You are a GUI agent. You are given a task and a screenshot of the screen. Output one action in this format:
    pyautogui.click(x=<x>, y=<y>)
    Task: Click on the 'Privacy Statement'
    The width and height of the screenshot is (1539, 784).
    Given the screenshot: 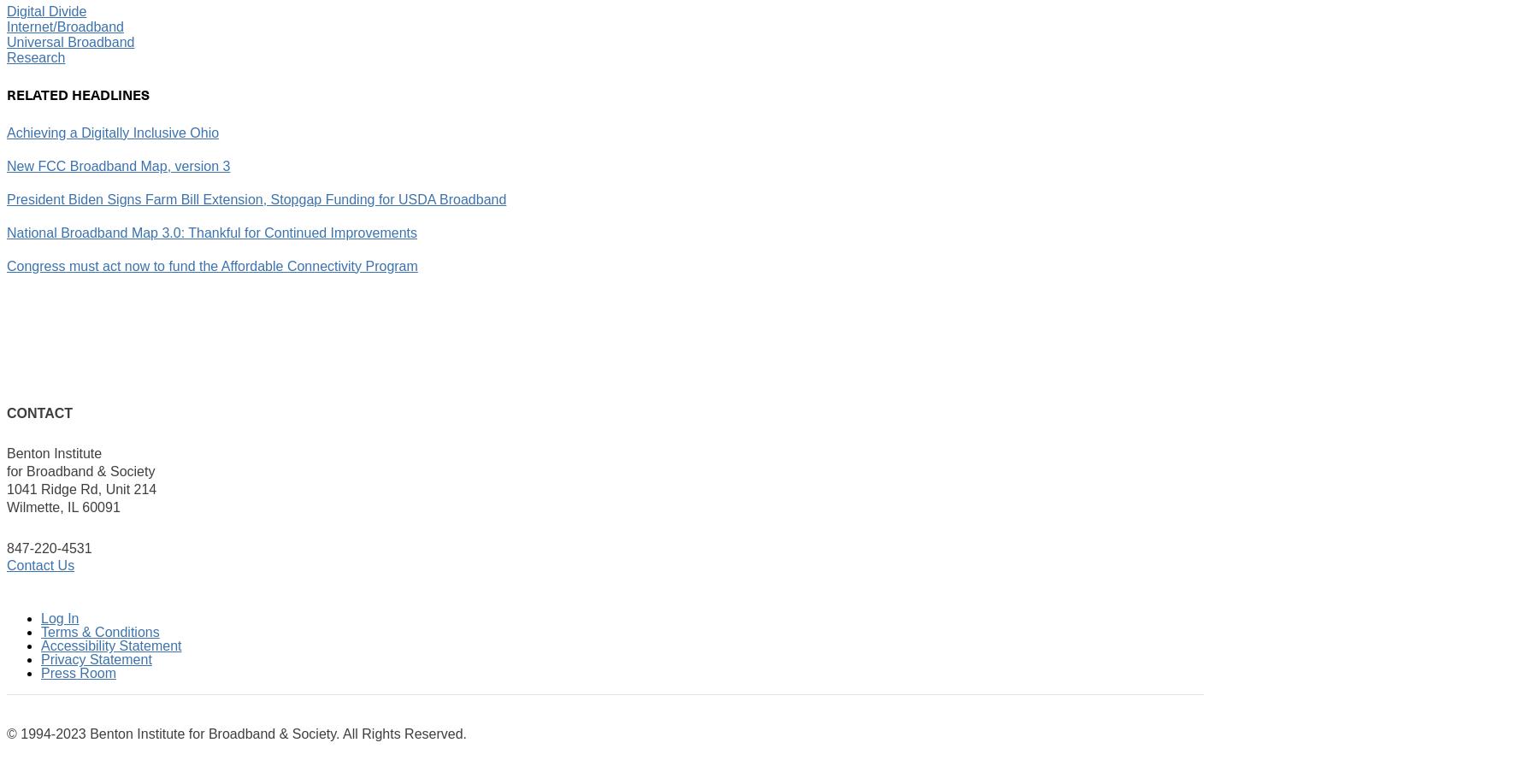 What is the action you would take?
    pyautogui.click(x=40, y=658)
    